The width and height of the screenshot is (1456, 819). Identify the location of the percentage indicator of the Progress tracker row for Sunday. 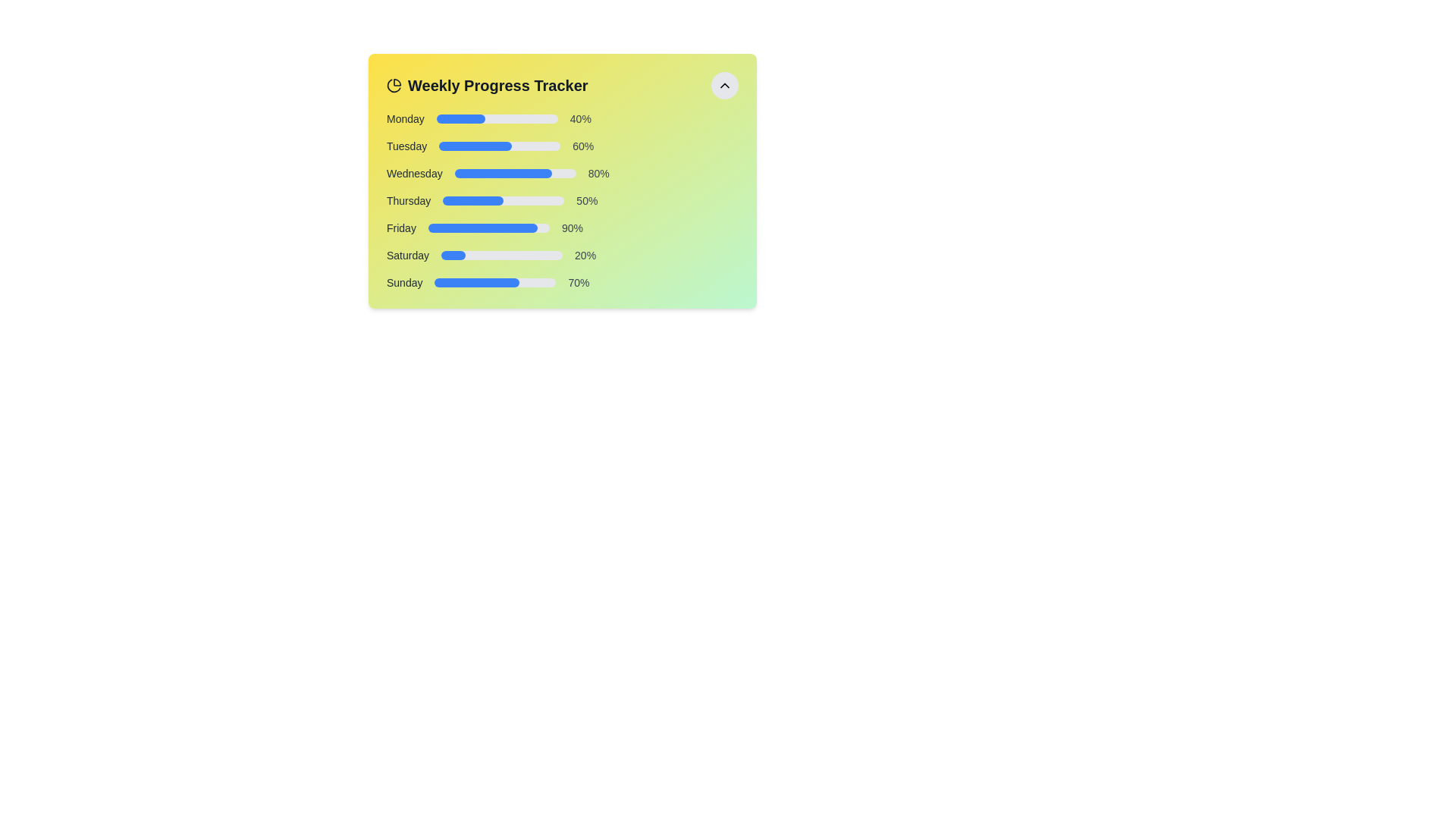
(562, 283).